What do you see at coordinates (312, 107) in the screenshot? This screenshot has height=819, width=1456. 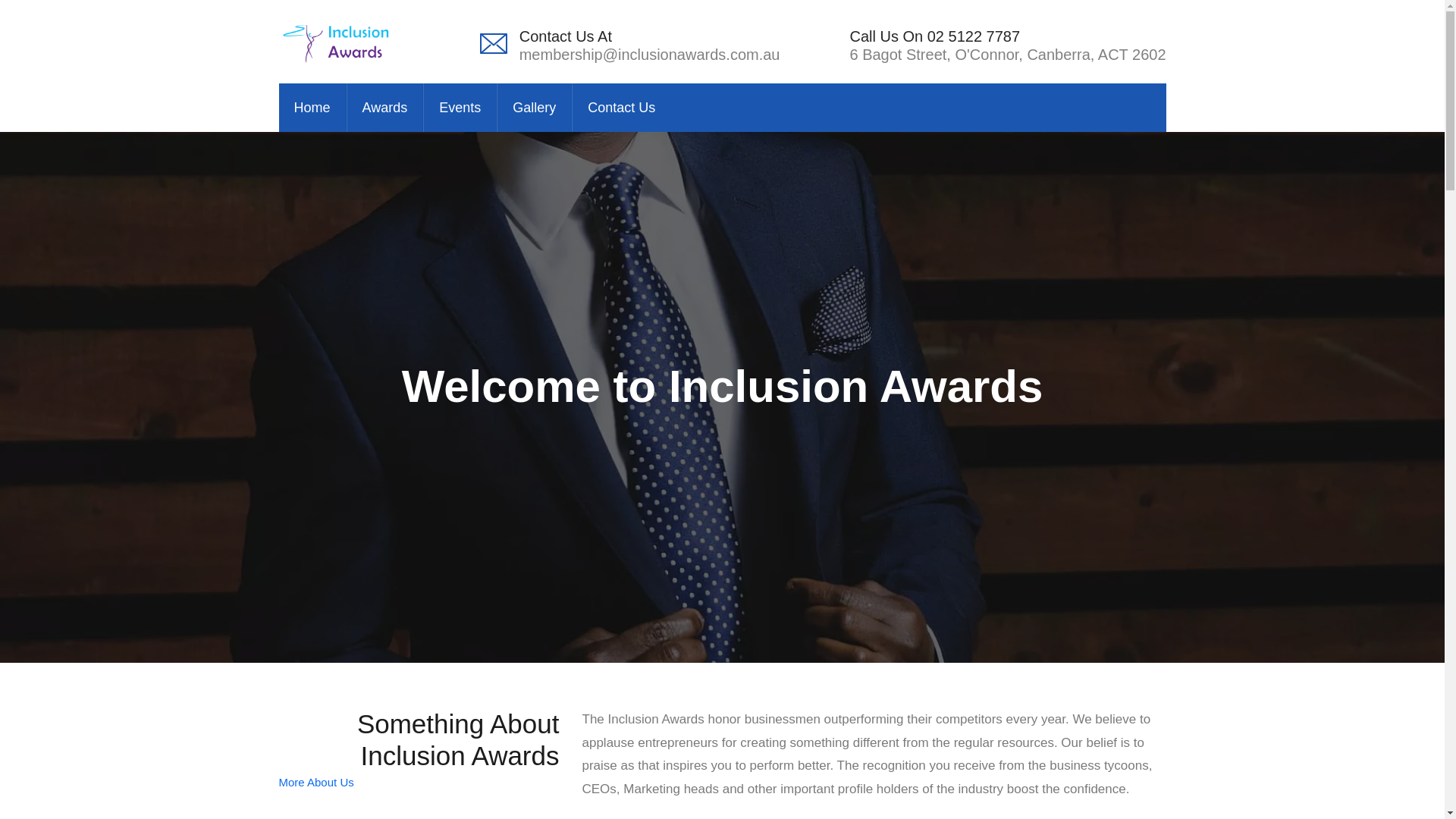 I see `'Home'` at bounding box center [312, 107].